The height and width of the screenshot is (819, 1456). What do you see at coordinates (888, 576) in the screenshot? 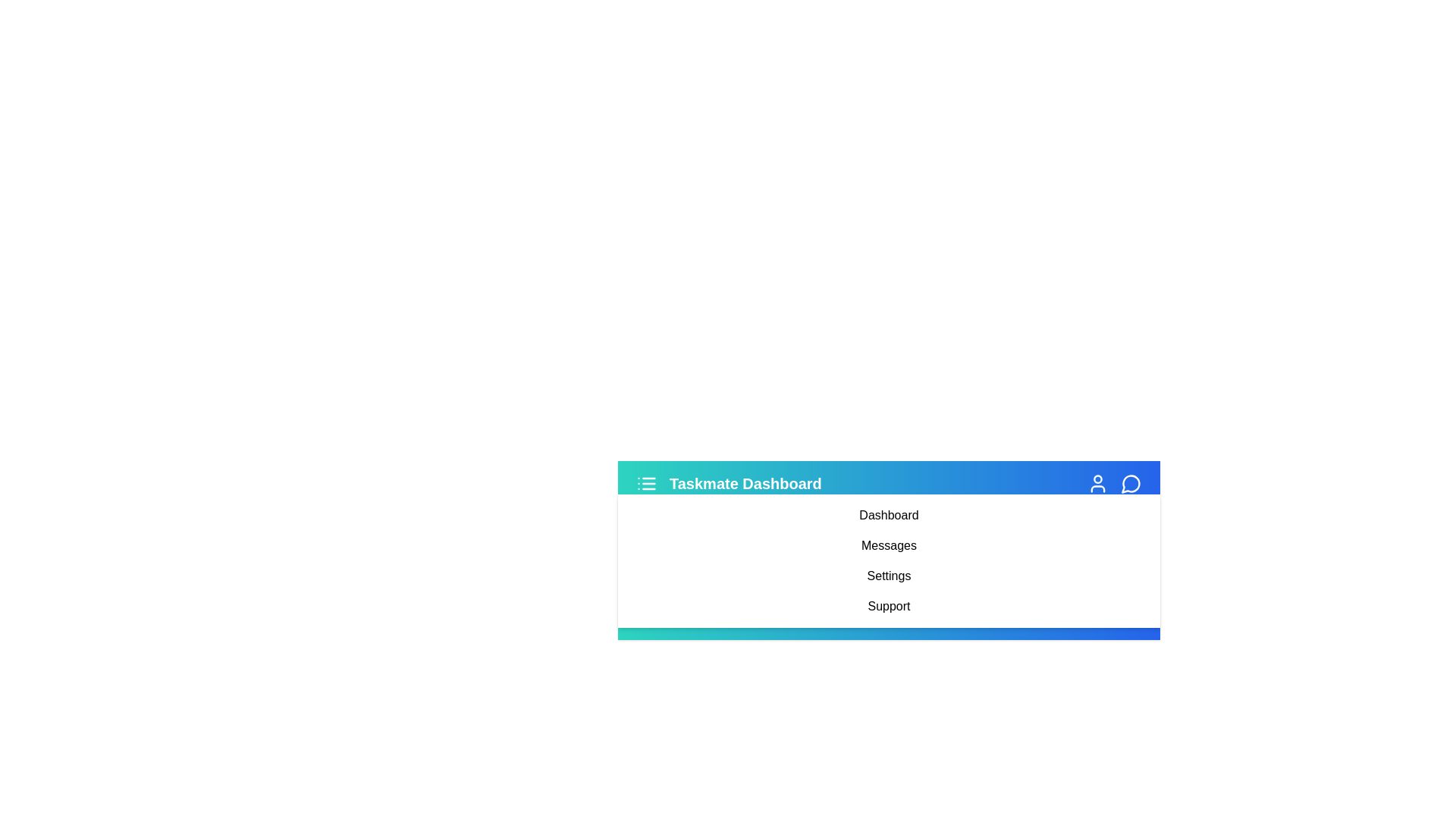
I see `the 'Settings' link in the sidebar` at bounding box center [888, 576].